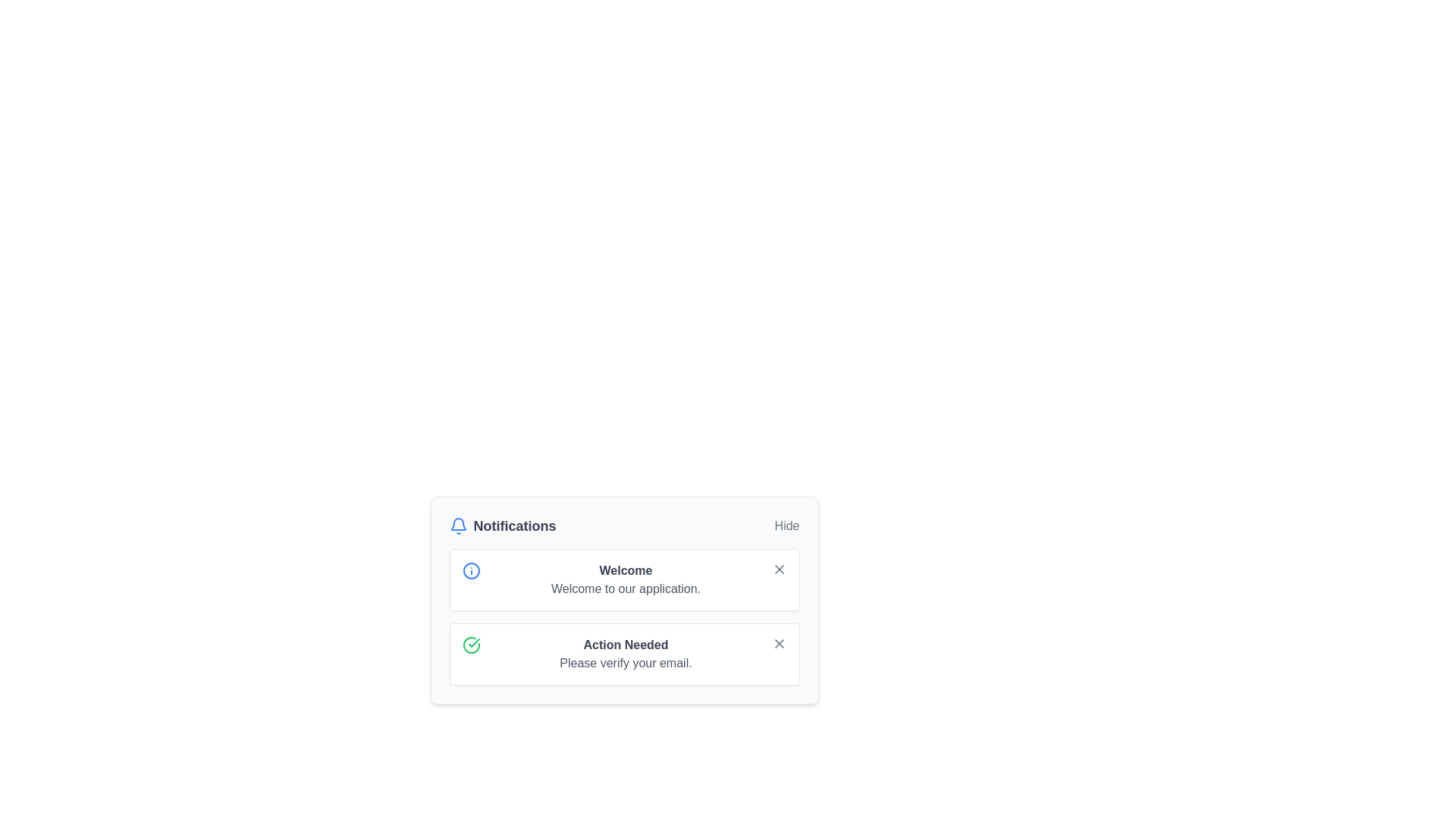  Describe the element at coordinates (472, 643) in the screenshot. I see `the green check mark graphic within the SVG element, which indicates success in the second notification item labeled 'Action Needed'` at that location.